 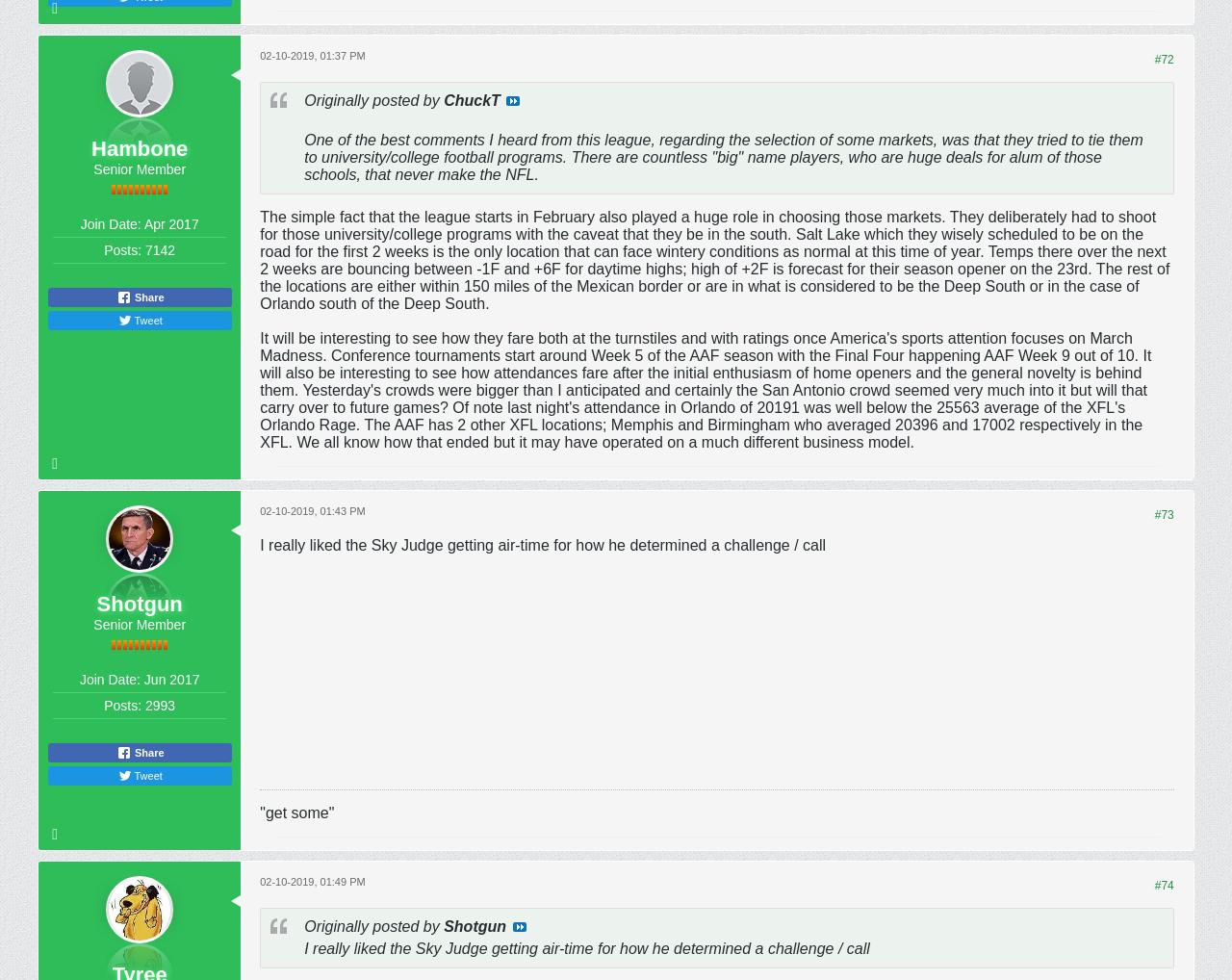 What do you see at coordinates (1162, 58) in the screenshot?
I see `'#72'` at bounding box center [1162, 58].